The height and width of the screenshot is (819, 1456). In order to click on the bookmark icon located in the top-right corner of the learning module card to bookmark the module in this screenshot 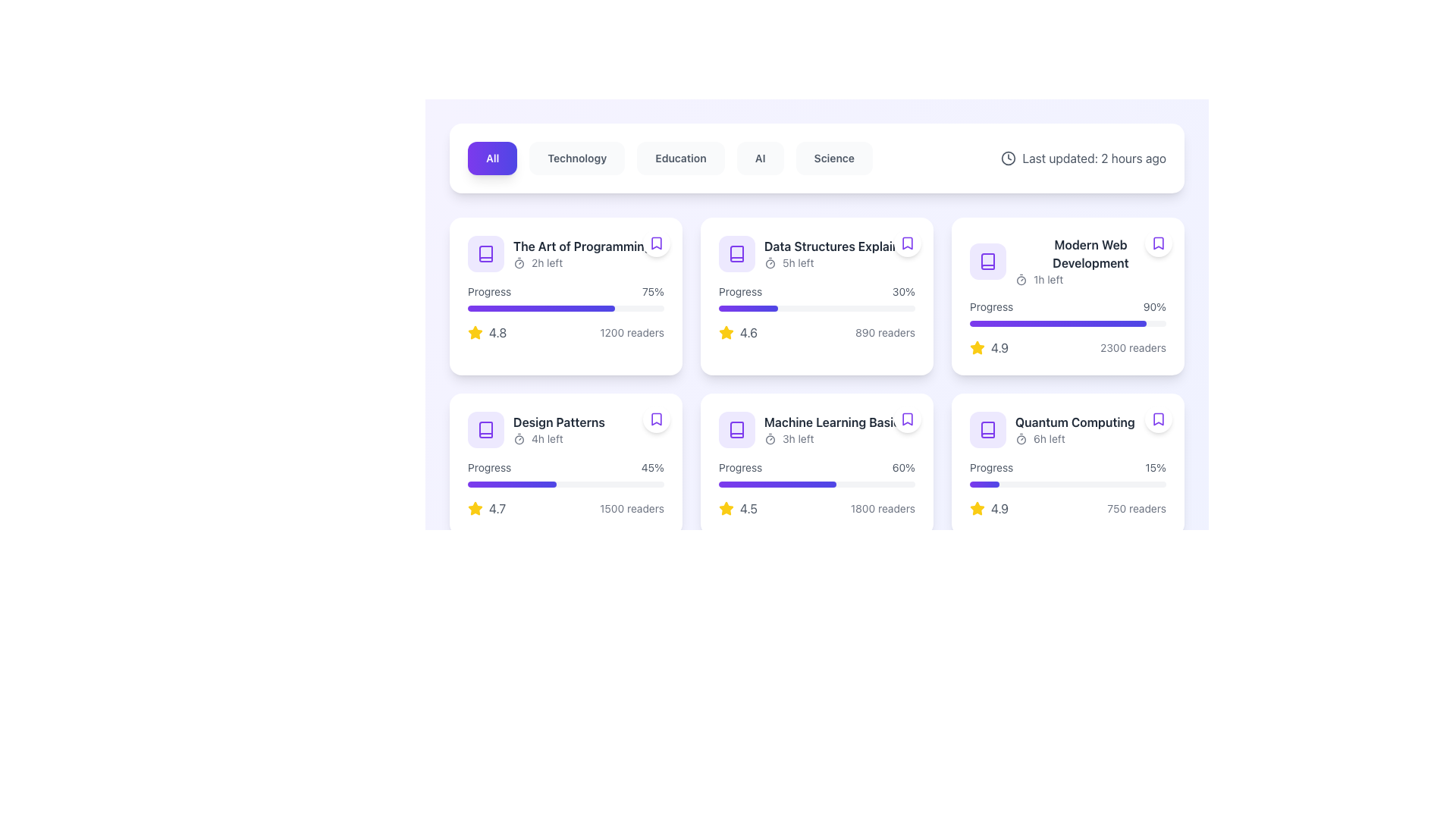, I will do `click(1157, 419)`.